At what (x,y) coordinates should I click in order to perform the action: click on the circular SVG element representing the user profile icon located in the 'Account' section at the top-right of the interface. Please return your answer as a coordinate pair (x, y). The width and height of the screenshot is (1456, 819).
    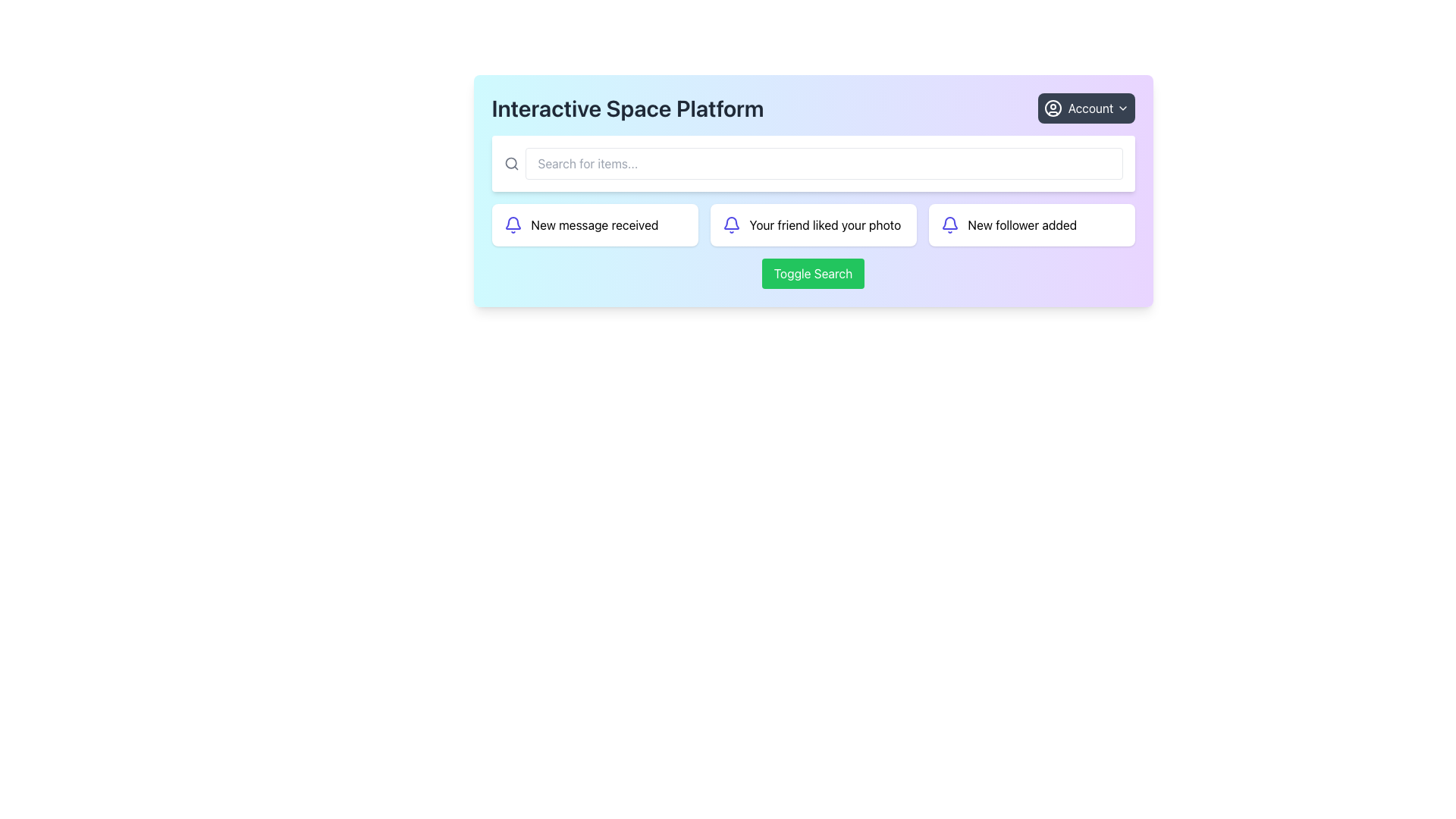
    Looking at the image, I should click on (1052, 107).